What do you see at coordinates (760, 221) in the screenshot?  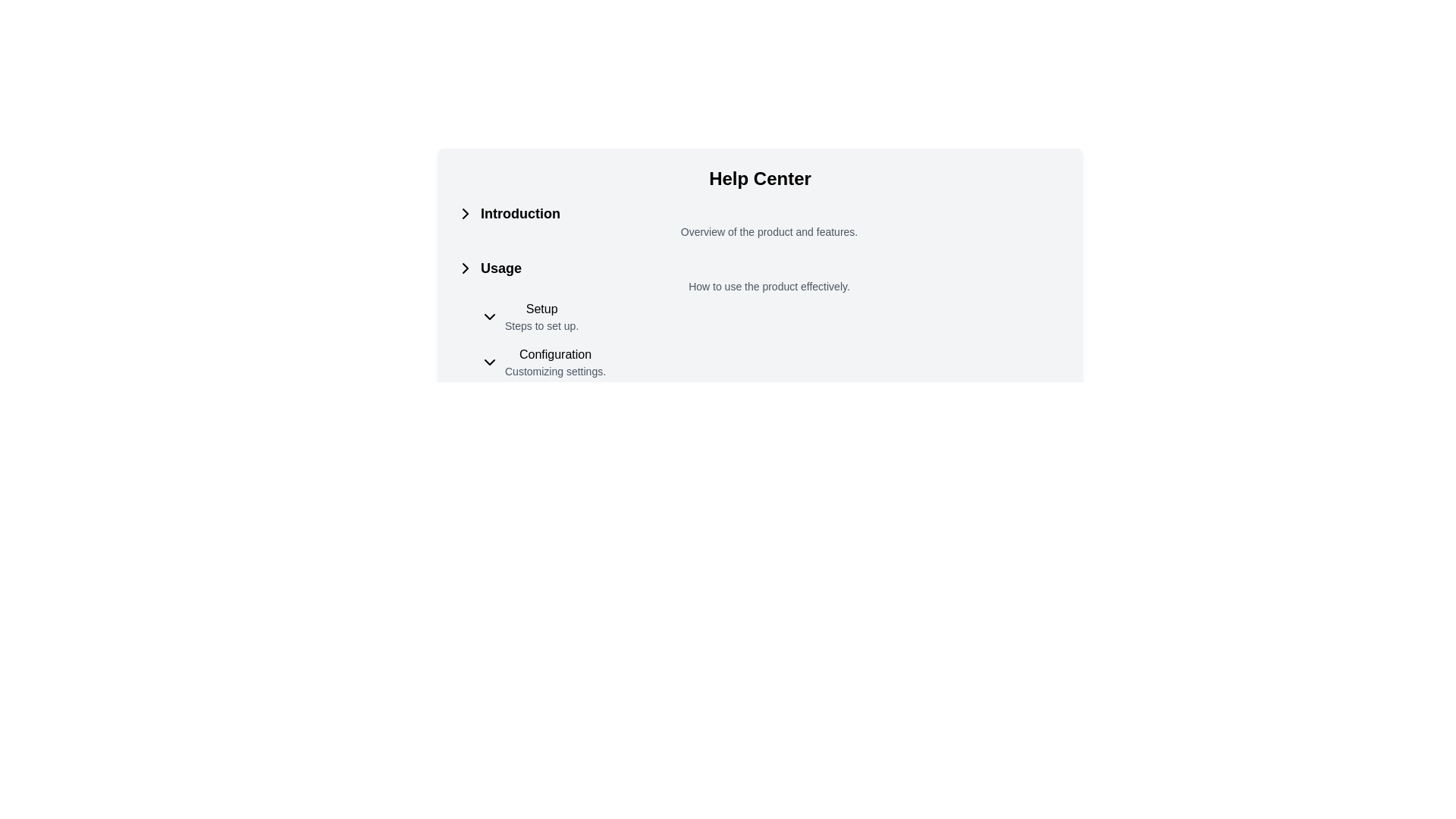 I see `description text located under the 'Introduction' header in the Help Center section, which states 'Overview of the product and features.'` at bounding box center [760, 221].